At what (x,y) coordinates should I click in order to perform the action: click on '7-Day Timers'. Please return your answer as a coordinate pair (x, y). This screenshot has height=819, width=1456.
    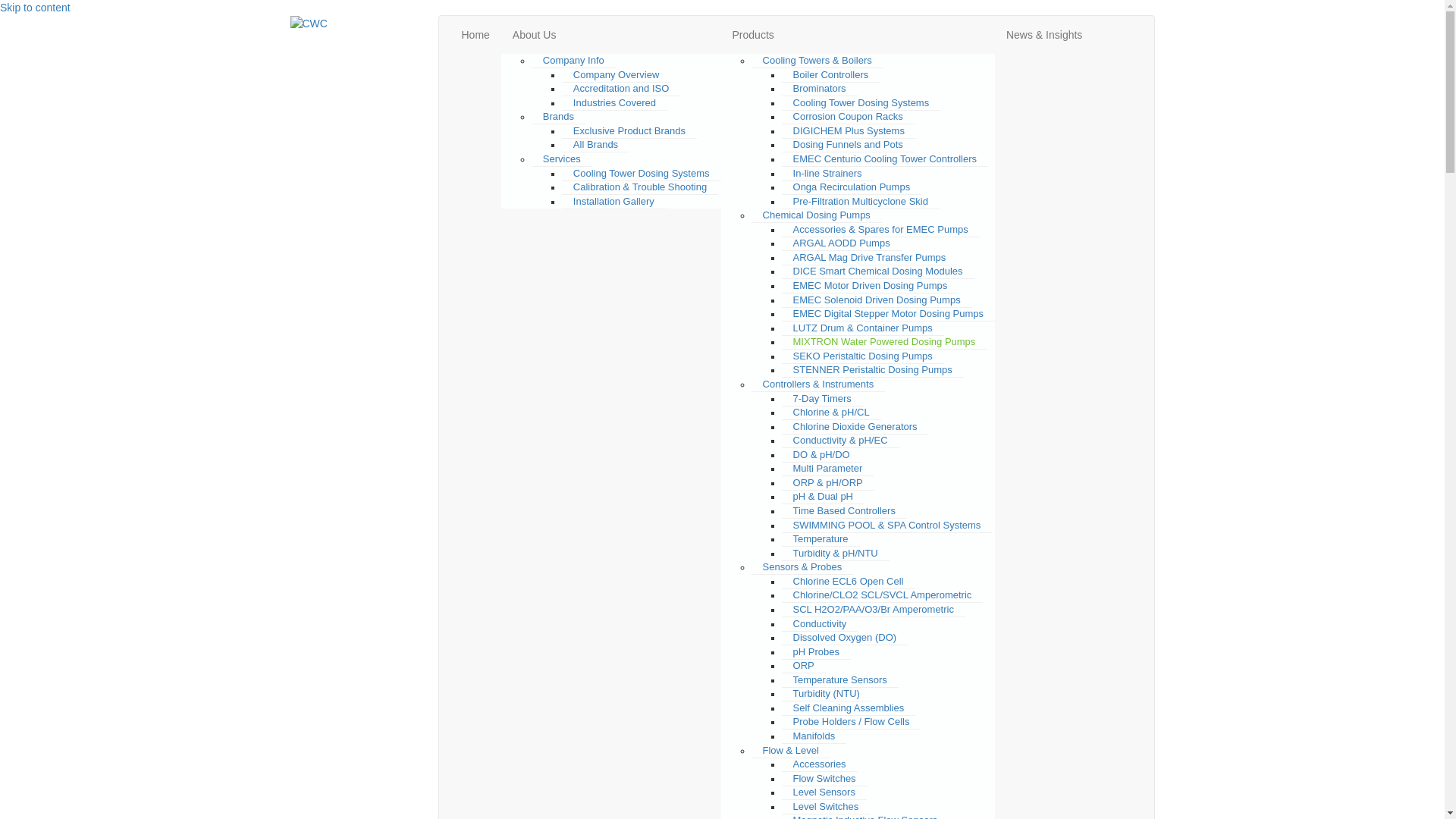
    Looking at the image, I should click on (821, 397).